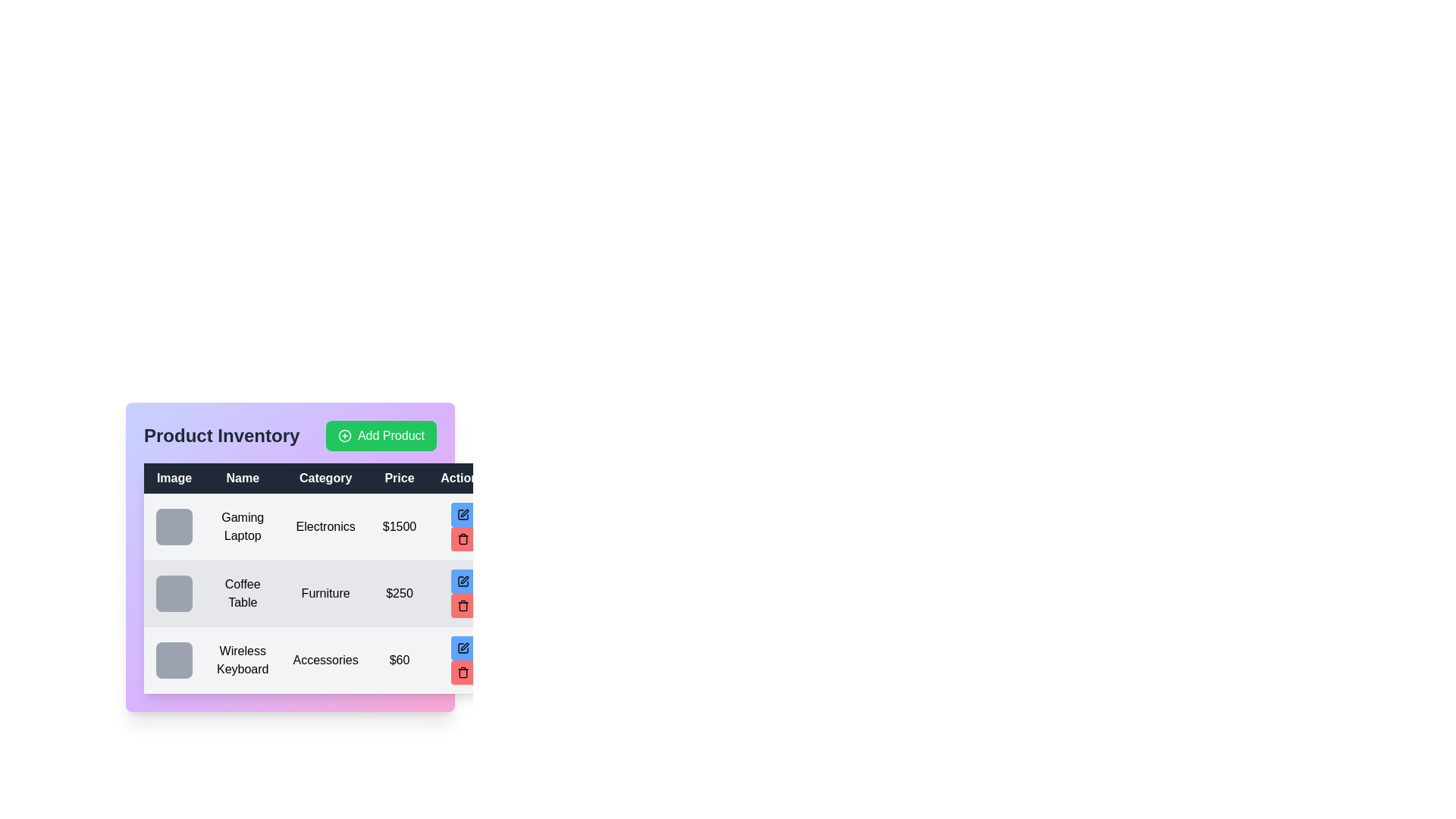  Describe the element at coordinates (462, 479) in the screenshot. I see `the 'Actions' label, which is styled with a dark background and light-colored text, located in the header row of a table alongside headers like 'Image', 'Name', 'Category', and 'Price'` at that location.